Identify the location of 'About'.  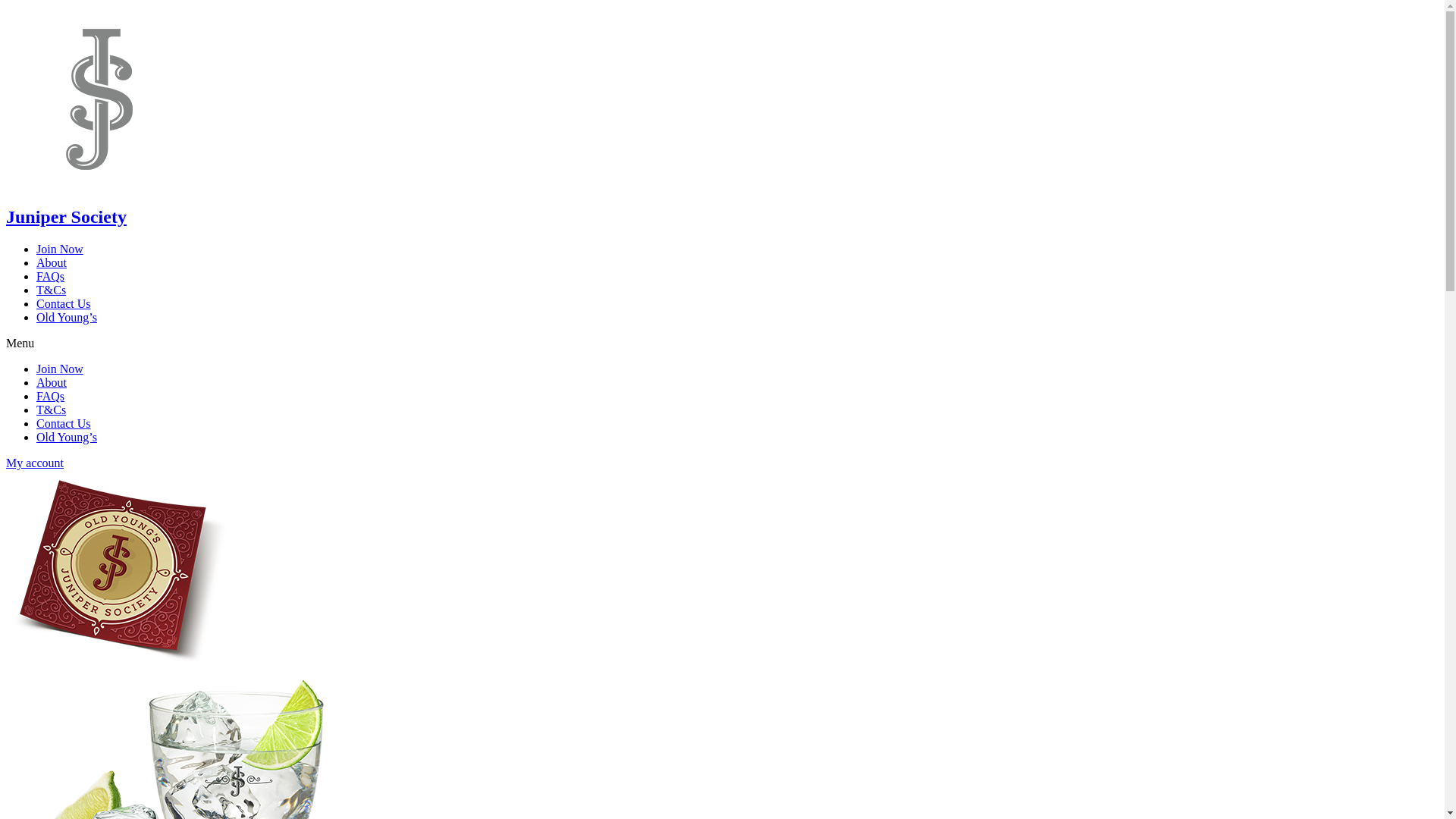
(51, 262).